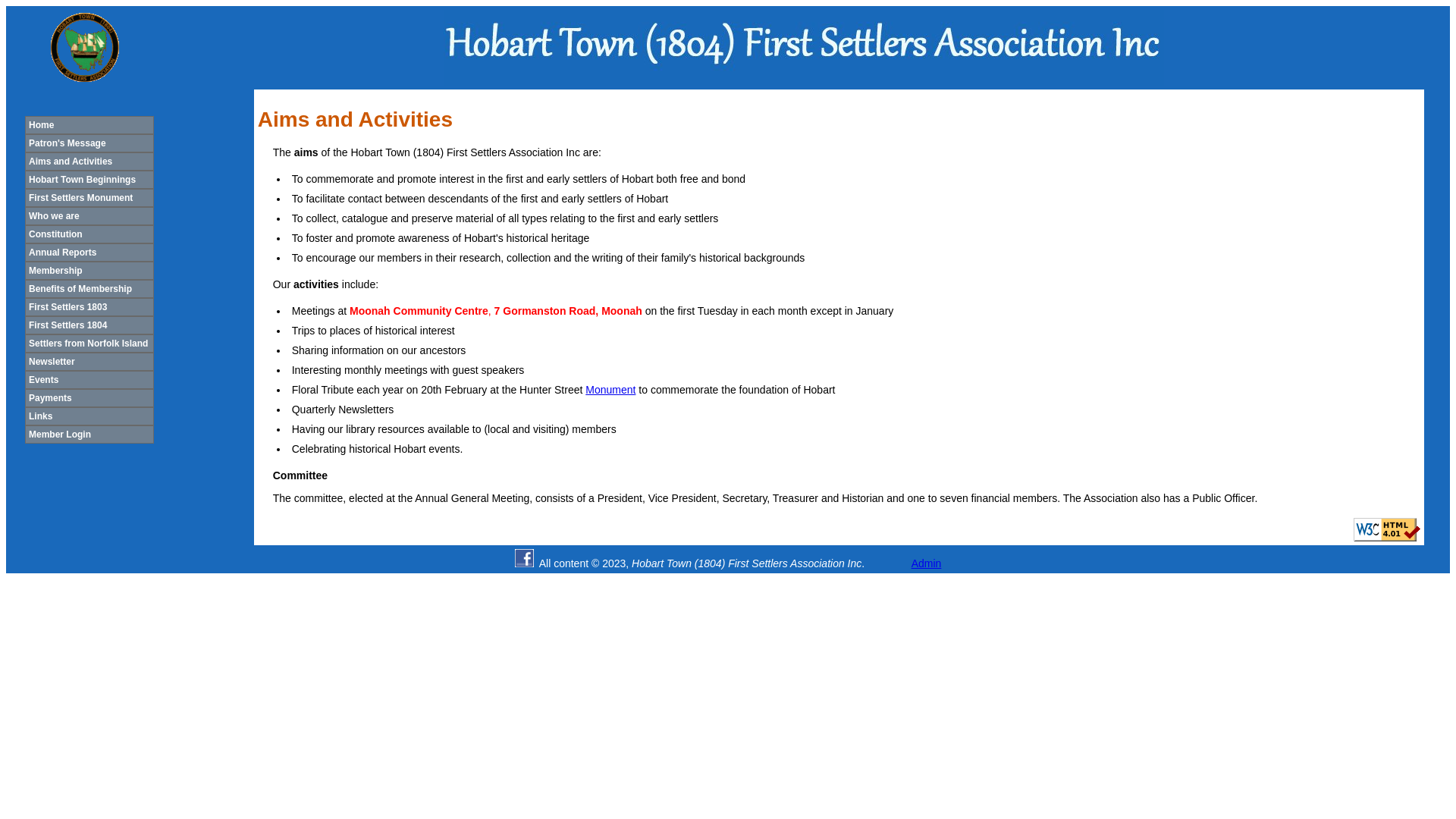 This screenshot has height=819, width=1456. Describe the element at coordinates (89, 416) in the screenshot. I see `'Links'` at that location.